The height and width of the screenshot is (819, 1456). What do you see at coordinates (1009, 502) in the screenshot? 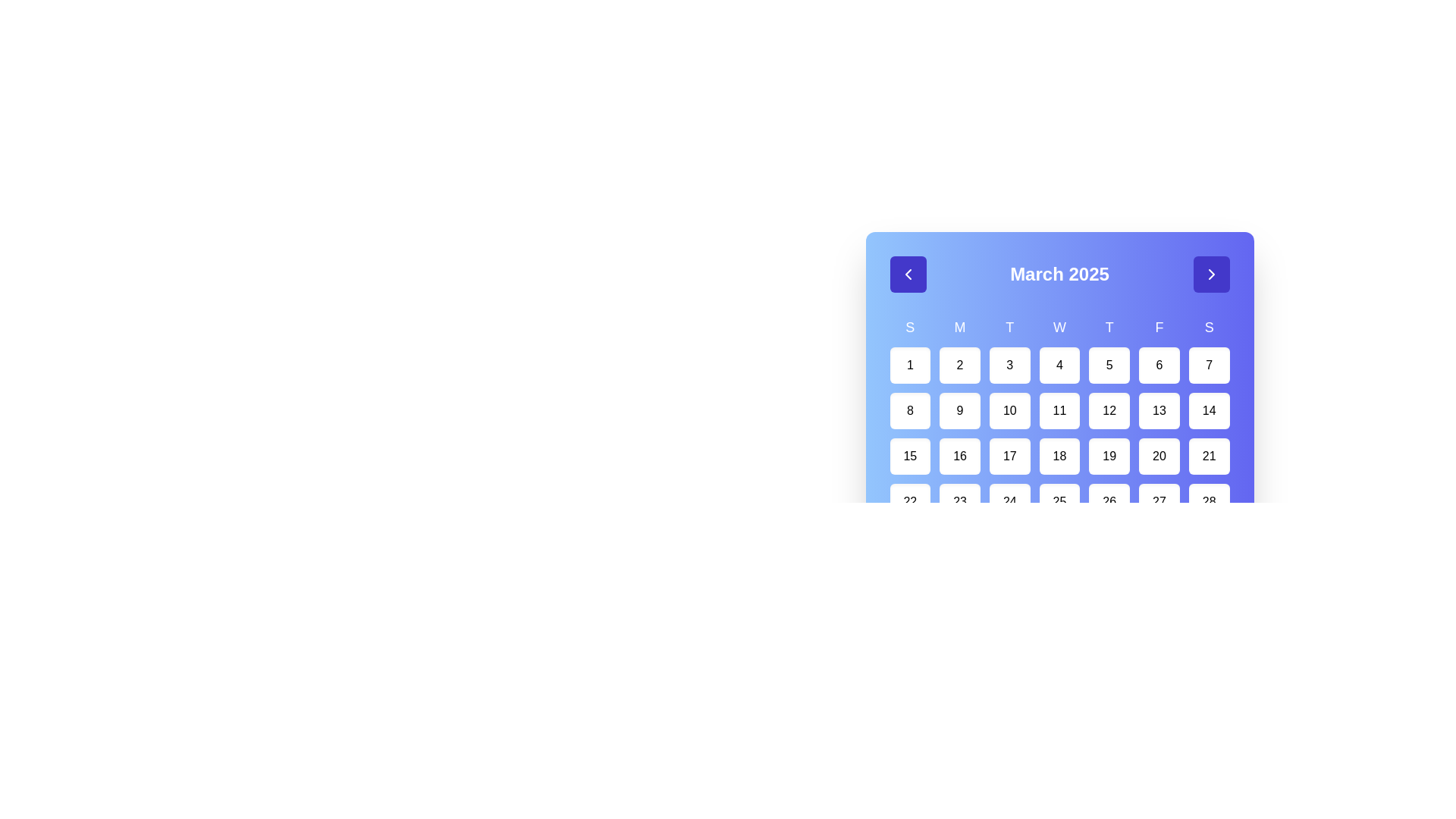
I see `the button labeled '24'` at bounding box center [1009, 502].